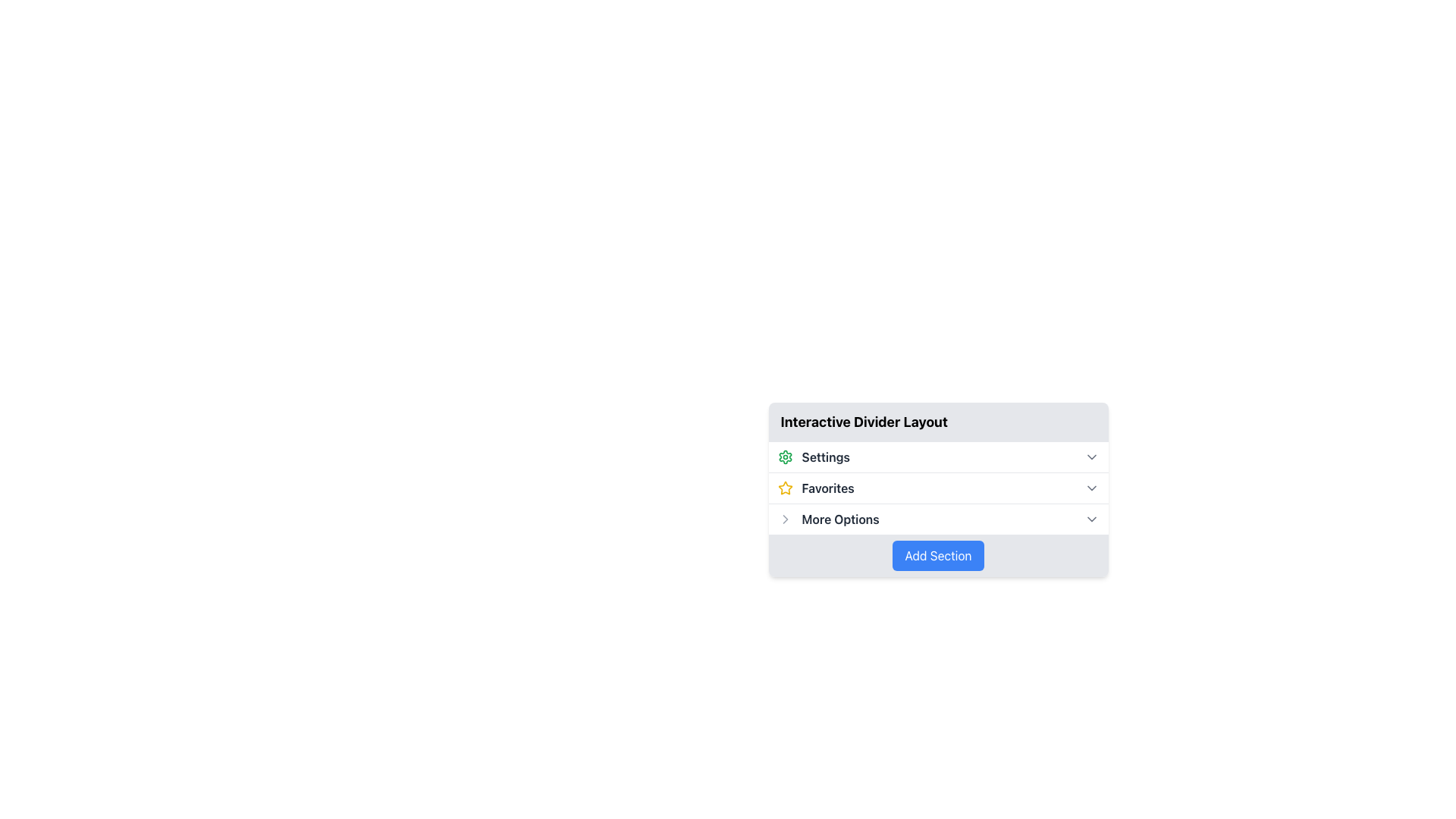 The width and height of the screenshot is (1456, 819). Describe the element at coordinates (937, 555) in the screenshot. I see `the button that allows users to add a new section to the current layout, located centrally at the bottom of the 'Interactive Divider Layout'` at that location.